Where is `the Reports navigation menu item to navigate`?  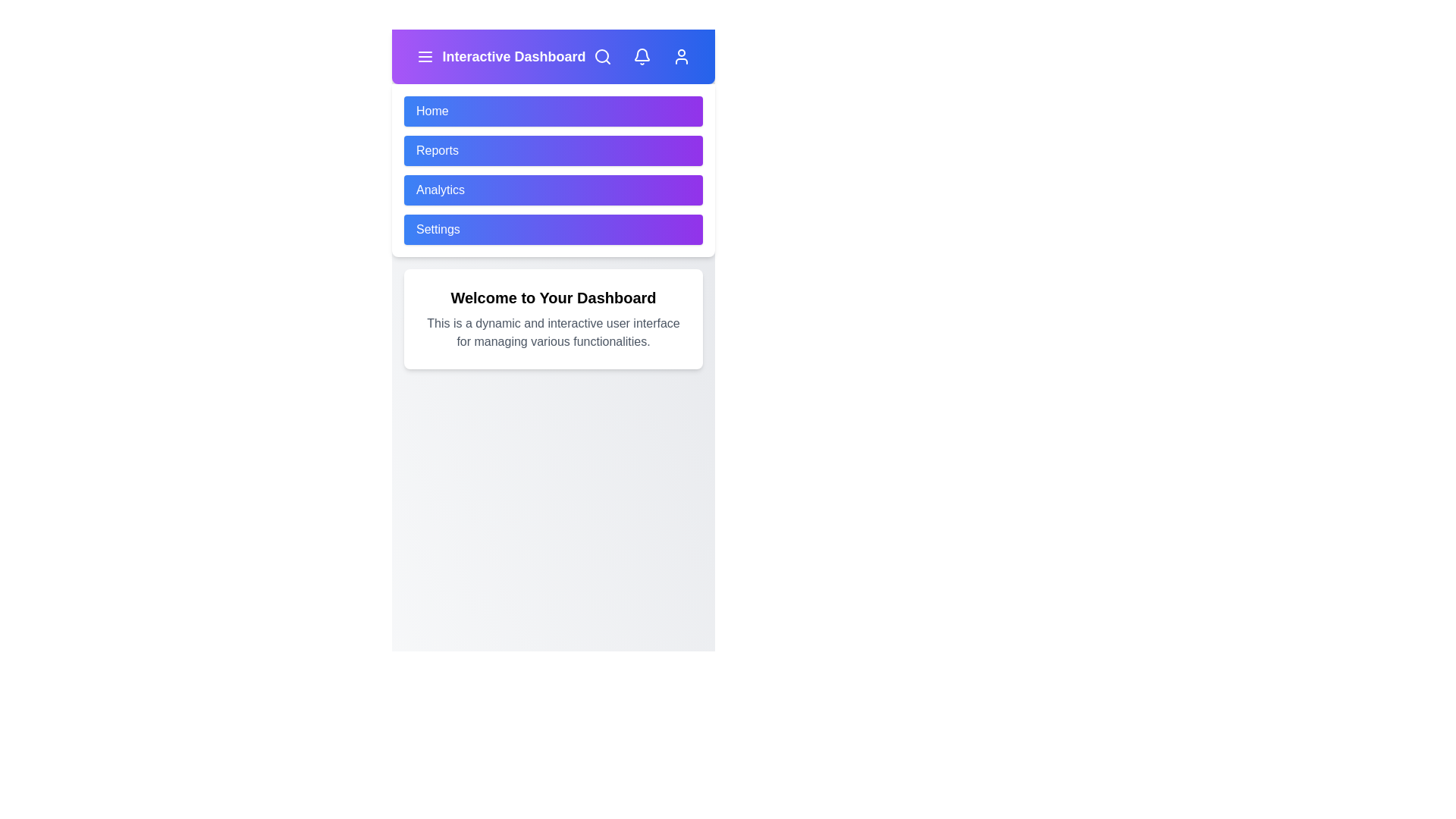
the Reports navigation menu item to navigate is located at coordinates (552, 151).